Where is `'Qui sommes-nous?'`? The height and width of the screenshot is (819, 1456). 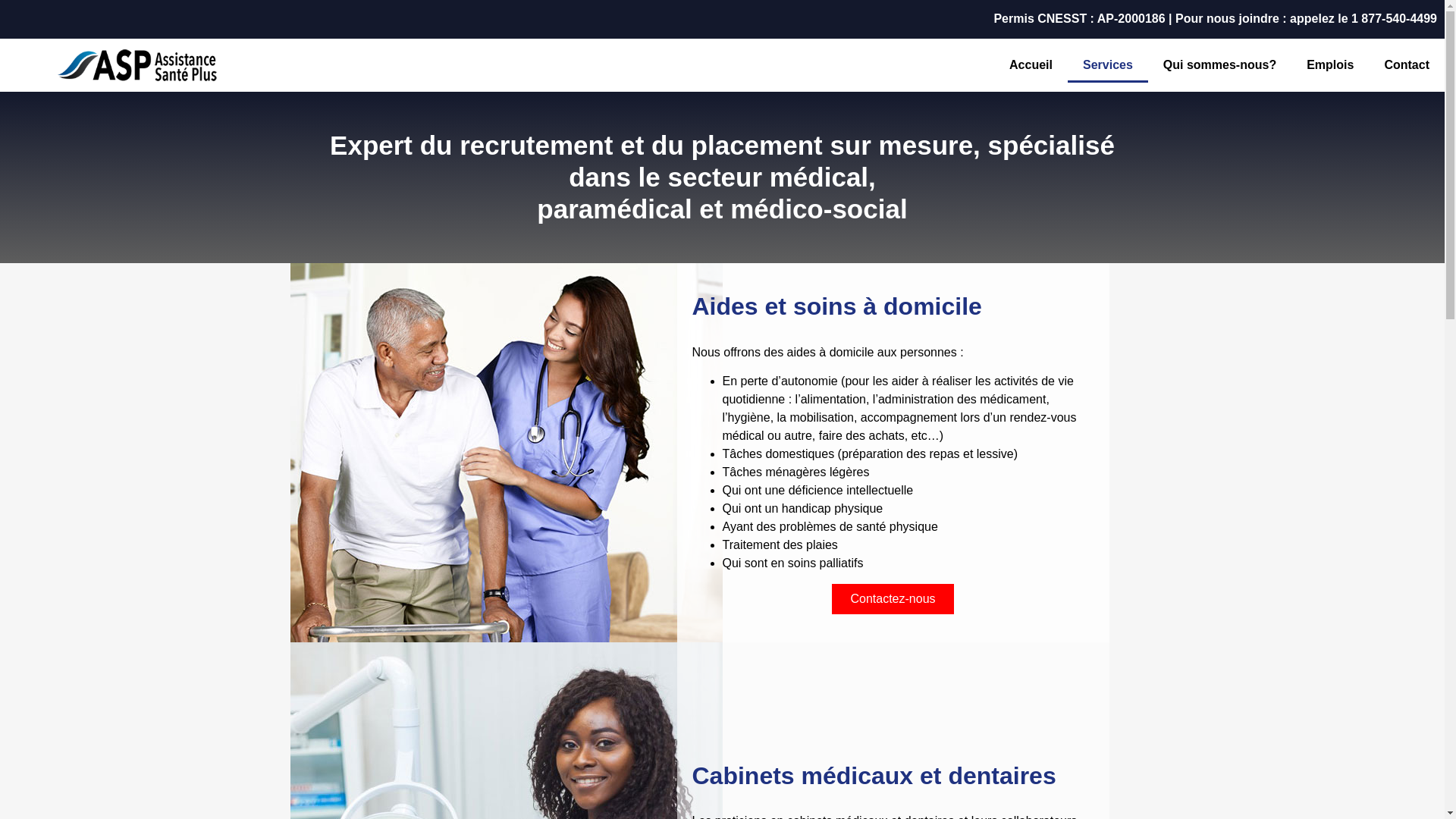
'Qui sommes-nous?' is located at coordinates (1219, 64).